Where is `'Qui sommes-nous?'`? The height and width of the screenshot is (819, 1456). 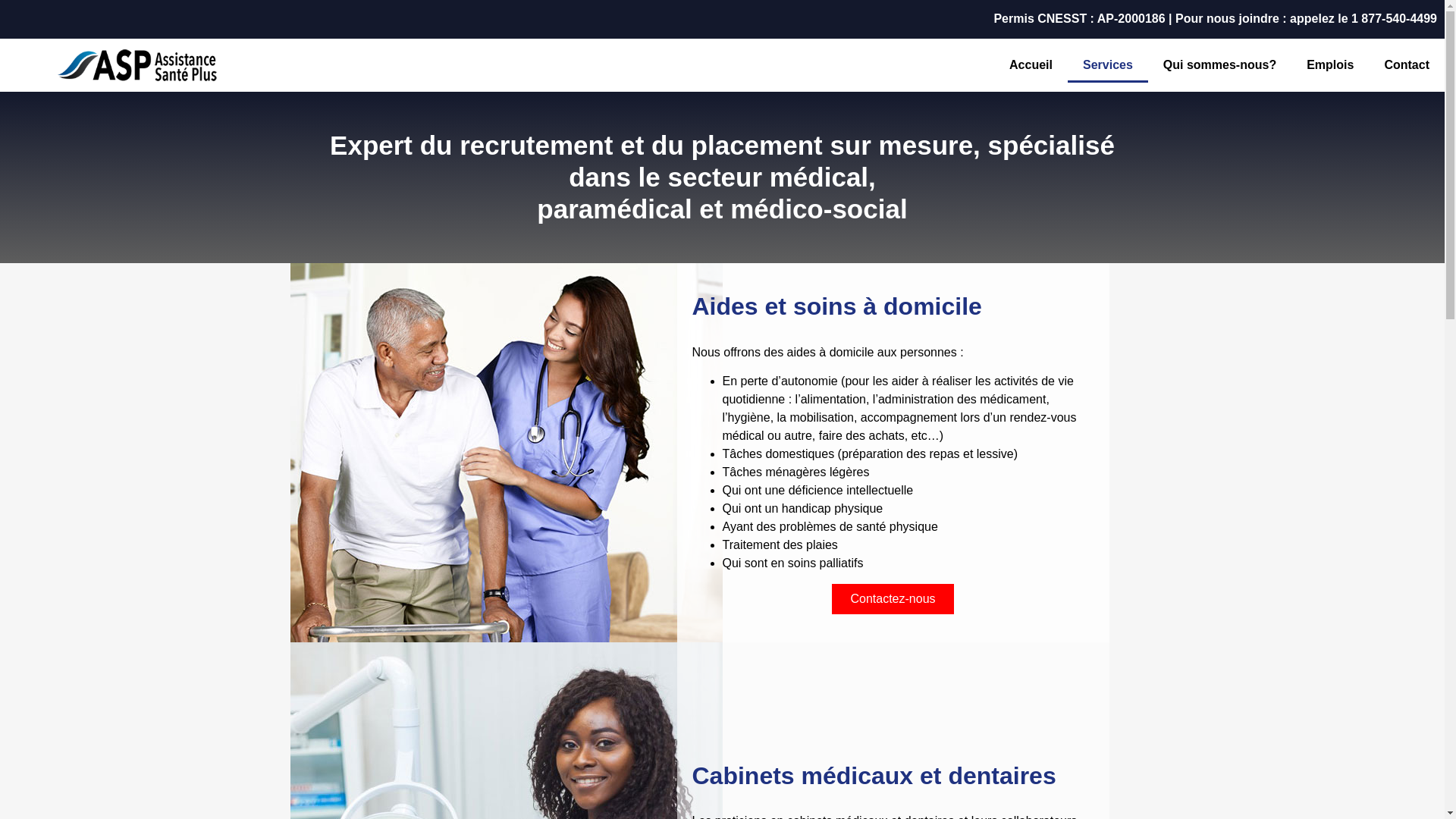
'Qui sommes-nous?' is located at coordinates (1219, 64).